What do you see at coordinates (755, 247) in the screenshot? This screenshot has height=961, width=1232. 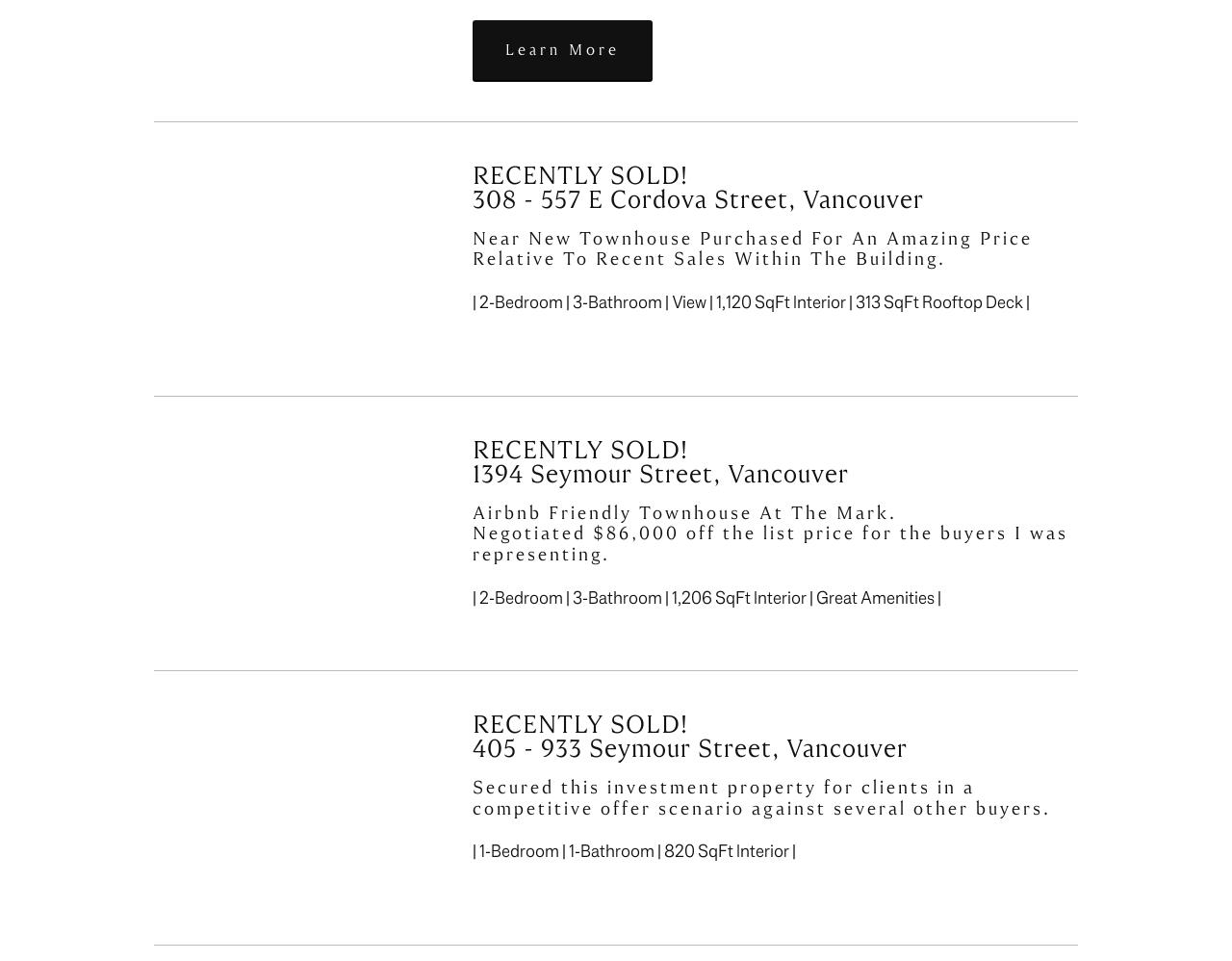 I see `'Near New Townhouse Purchased For An Amazing Price Relative To Recent Sales Within The Building.'` at bounding box center [755, 247].